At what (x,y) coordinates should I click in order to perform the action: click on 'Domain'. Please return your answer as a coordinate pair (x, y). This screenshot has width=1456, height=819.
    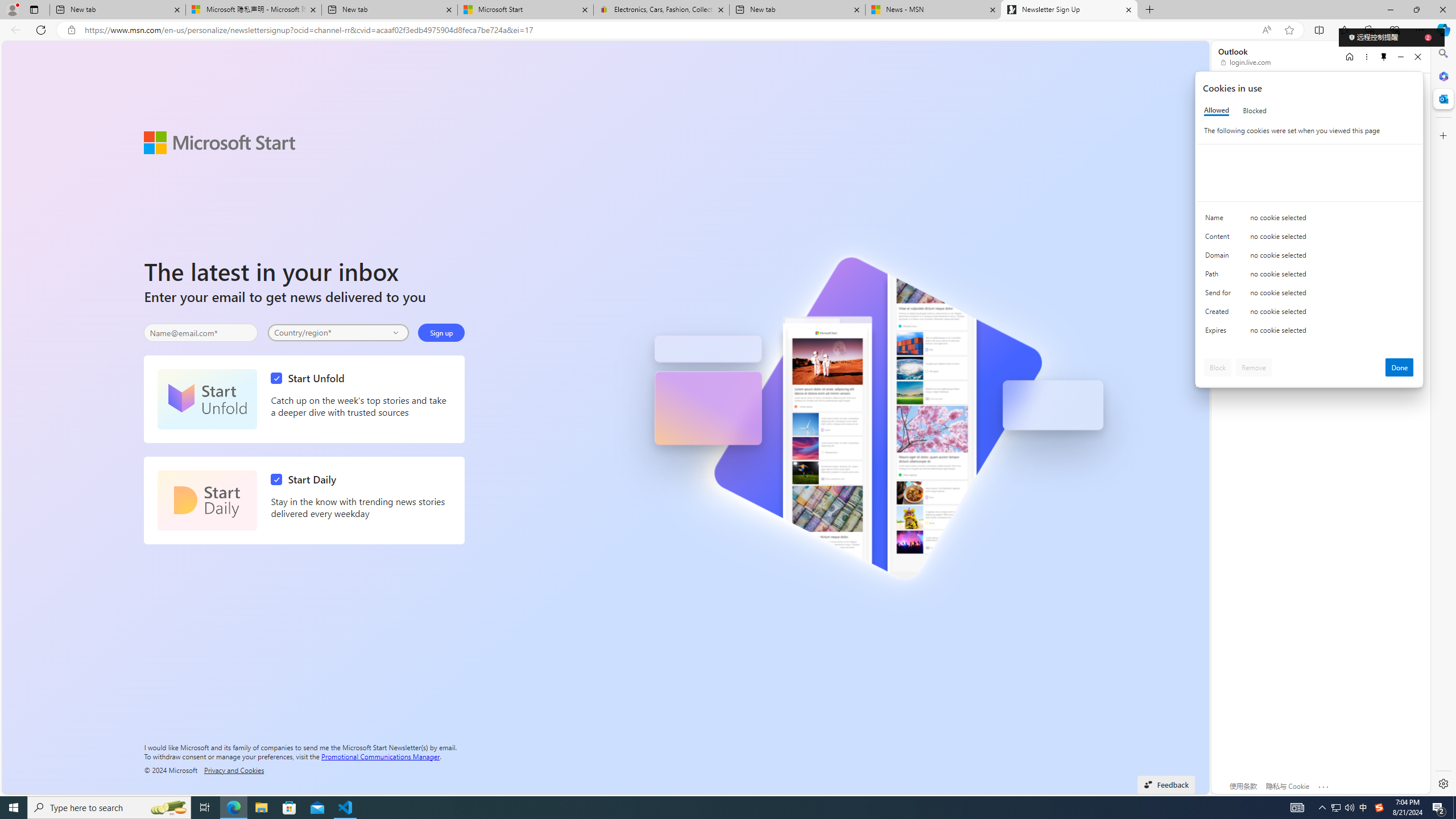
    Looking at the image, I should click on (1219, 257).